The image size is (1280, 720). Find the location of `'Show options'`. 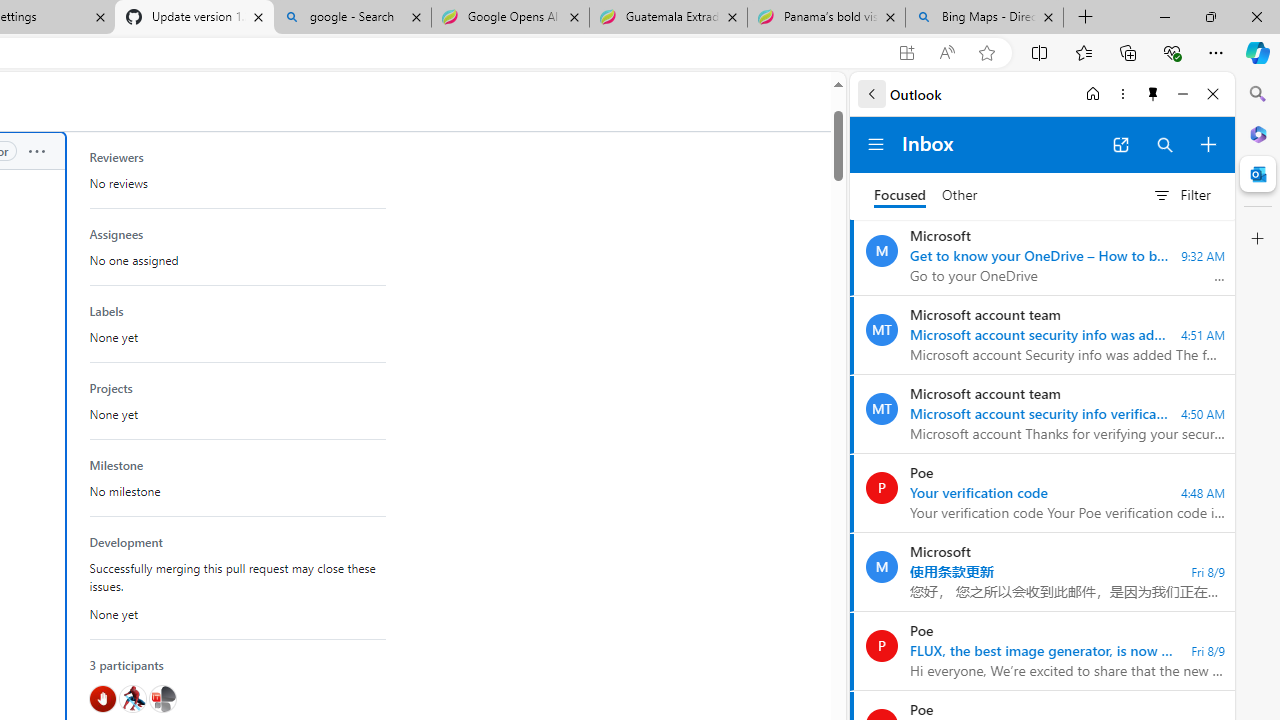

'Show options' is located at coordinates (36, 150).